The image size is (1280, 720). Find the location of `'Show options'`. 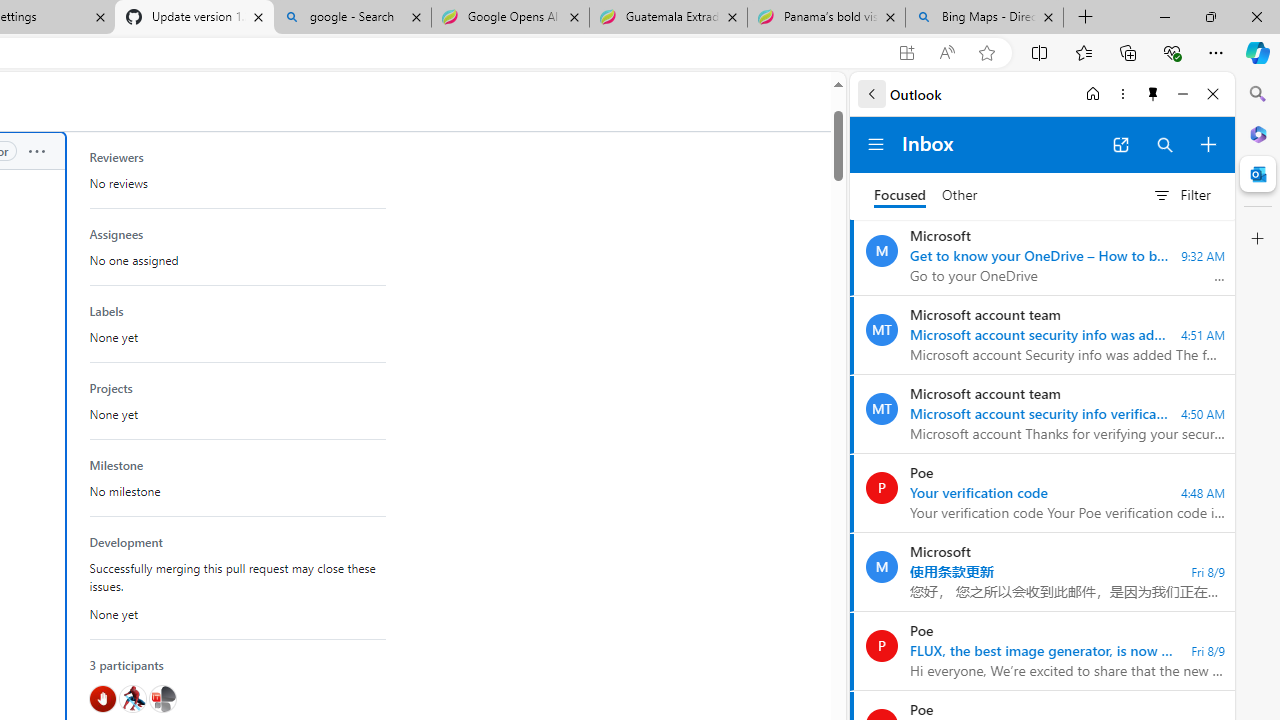

'Show options' is located at coordinates (36, 150).